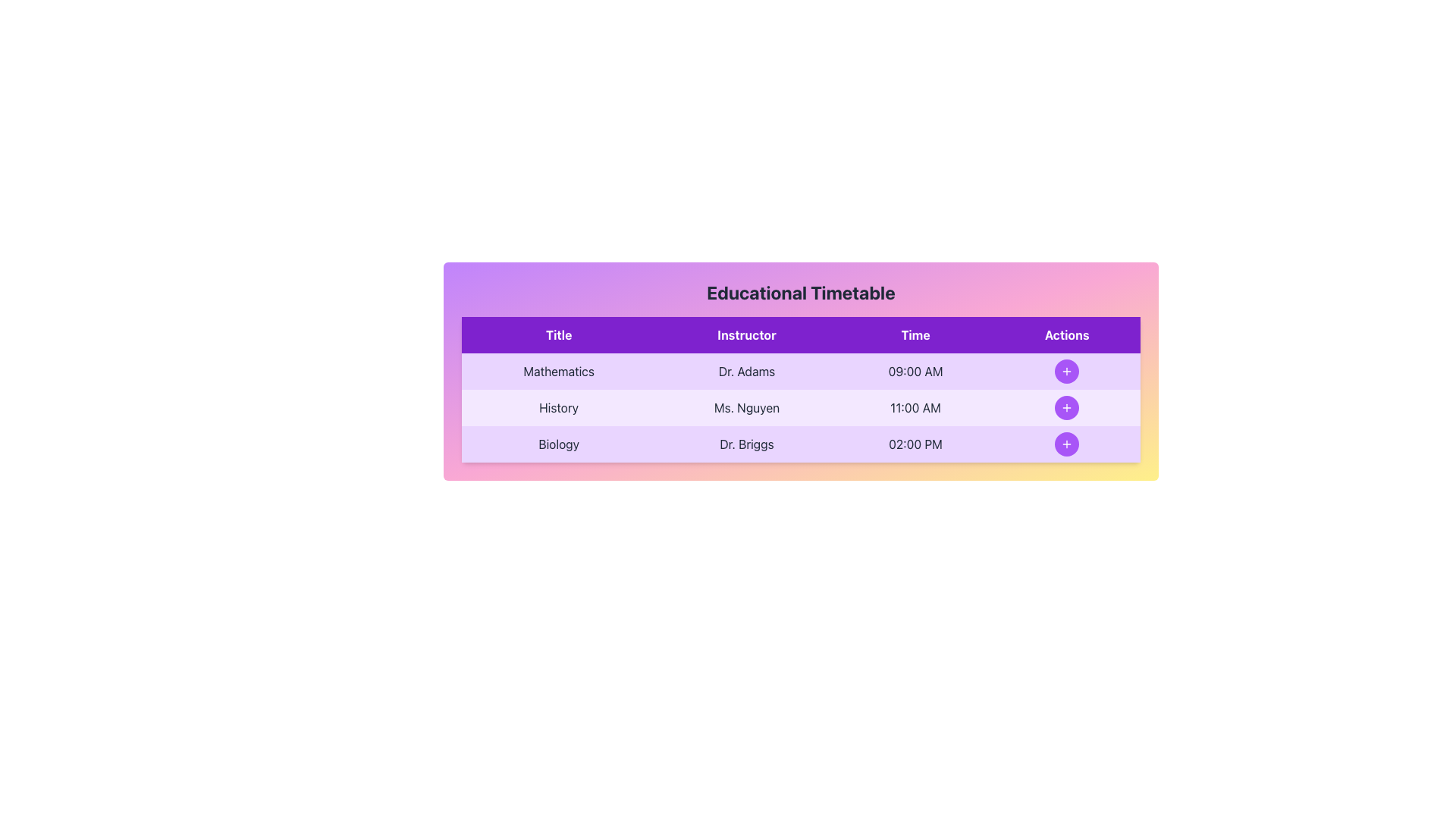 The image size is (1456, 819). What do you see at coordinates (558, 444) in the screenshot?
I see `the 'Biology' label which displays the title of a session in the timetable interface located in the first cell of the third row under the 'Title' column` at bounding box center [558, 444].